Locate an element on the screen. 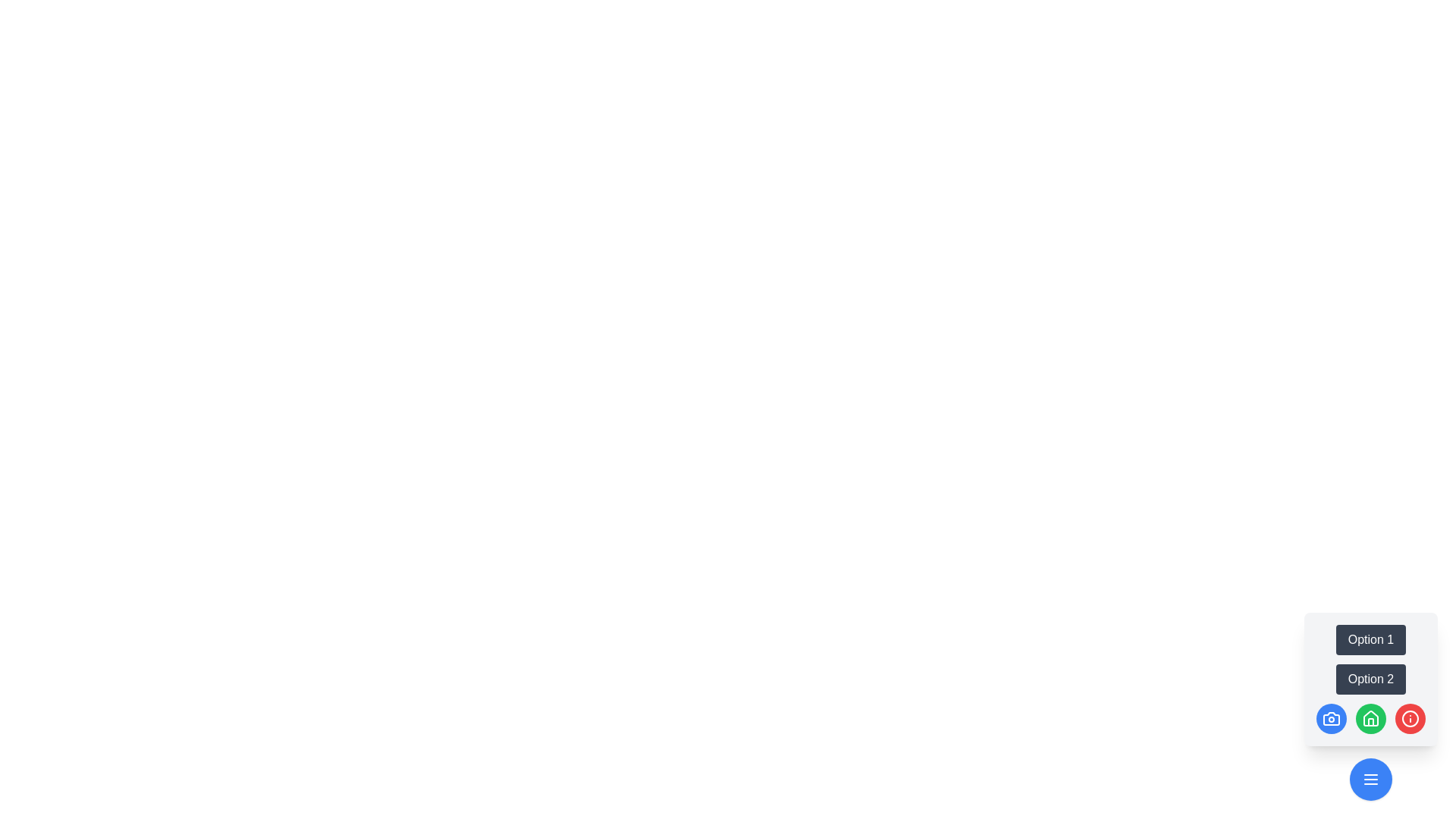  the middle button is located at coordinates (1371, 718).